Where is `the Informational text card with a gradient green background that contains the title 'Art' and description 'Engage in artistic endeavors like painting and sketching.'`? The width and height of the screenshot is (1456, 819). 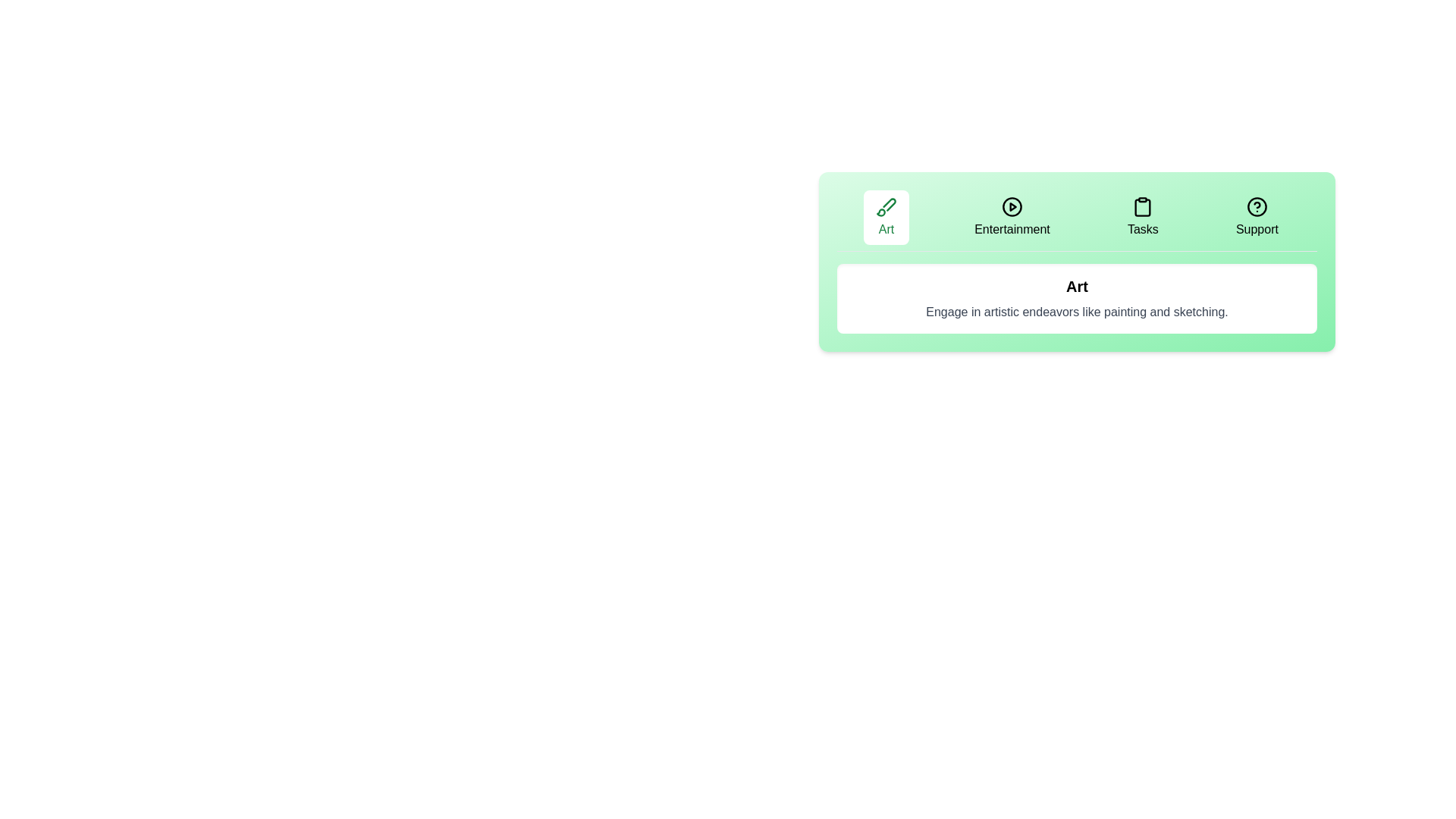 the Informational text card with a gradient green background that contains the title 'Art' and description 'Engage in artistic endeavors like painting and sketching.' is located at coordinates (1076, 261).